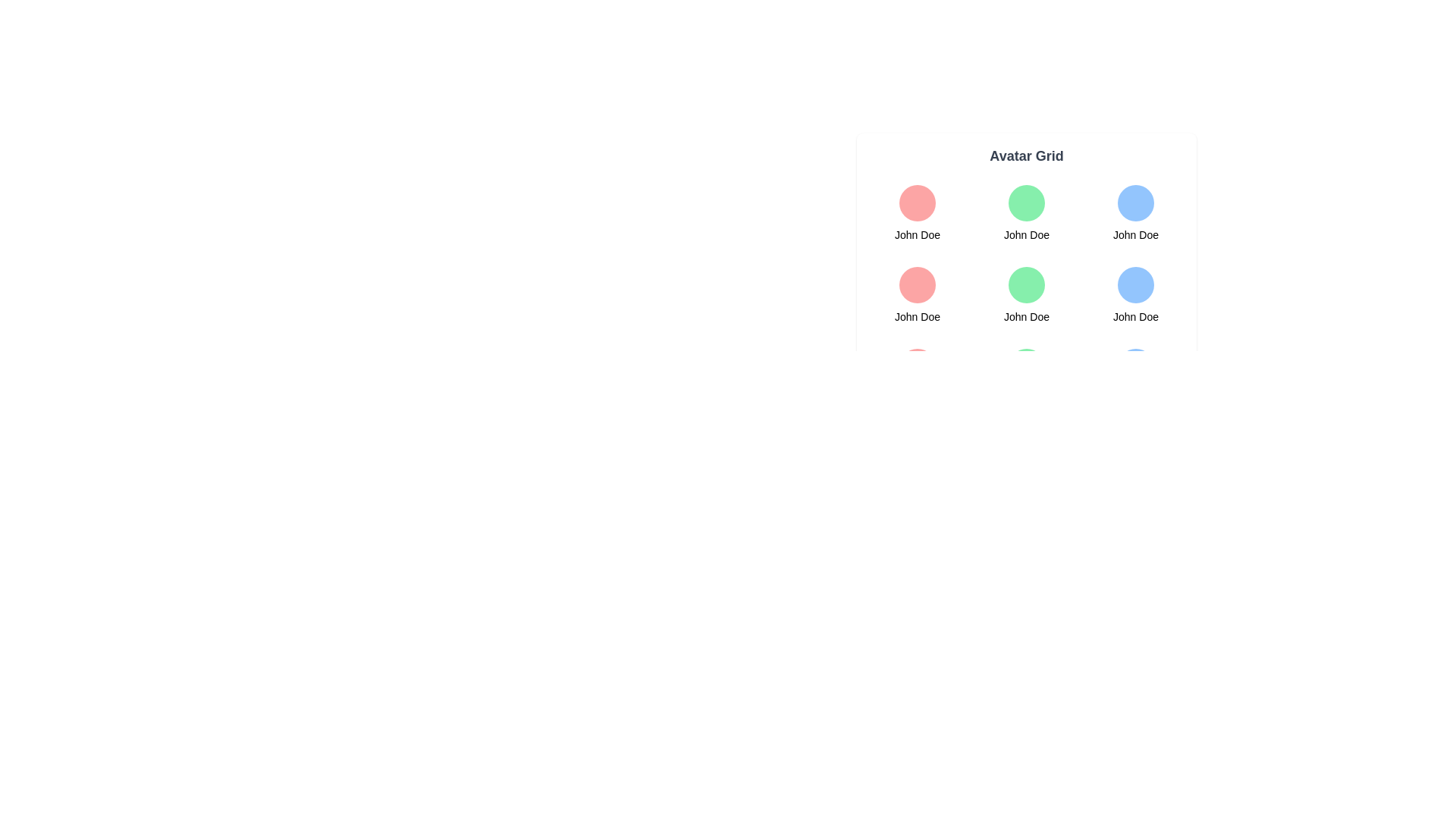 The height and width of the screenshot is (819, 1456). I want to click on the circular red avatar of 'John Doe', so click(916, 295).